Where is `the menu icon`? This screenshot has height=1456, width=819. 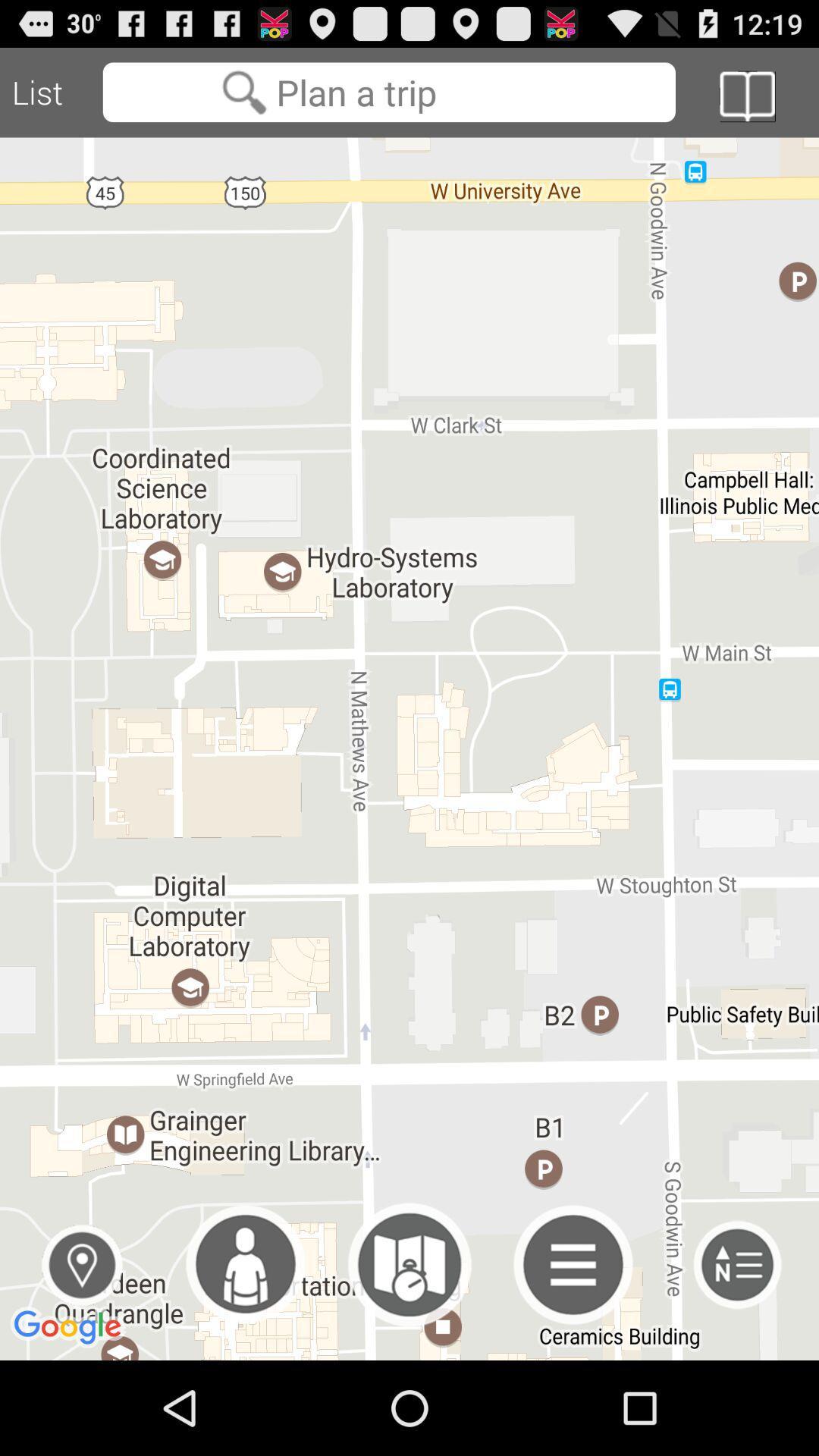 the menu icon is located at coordinates (573, 1354).